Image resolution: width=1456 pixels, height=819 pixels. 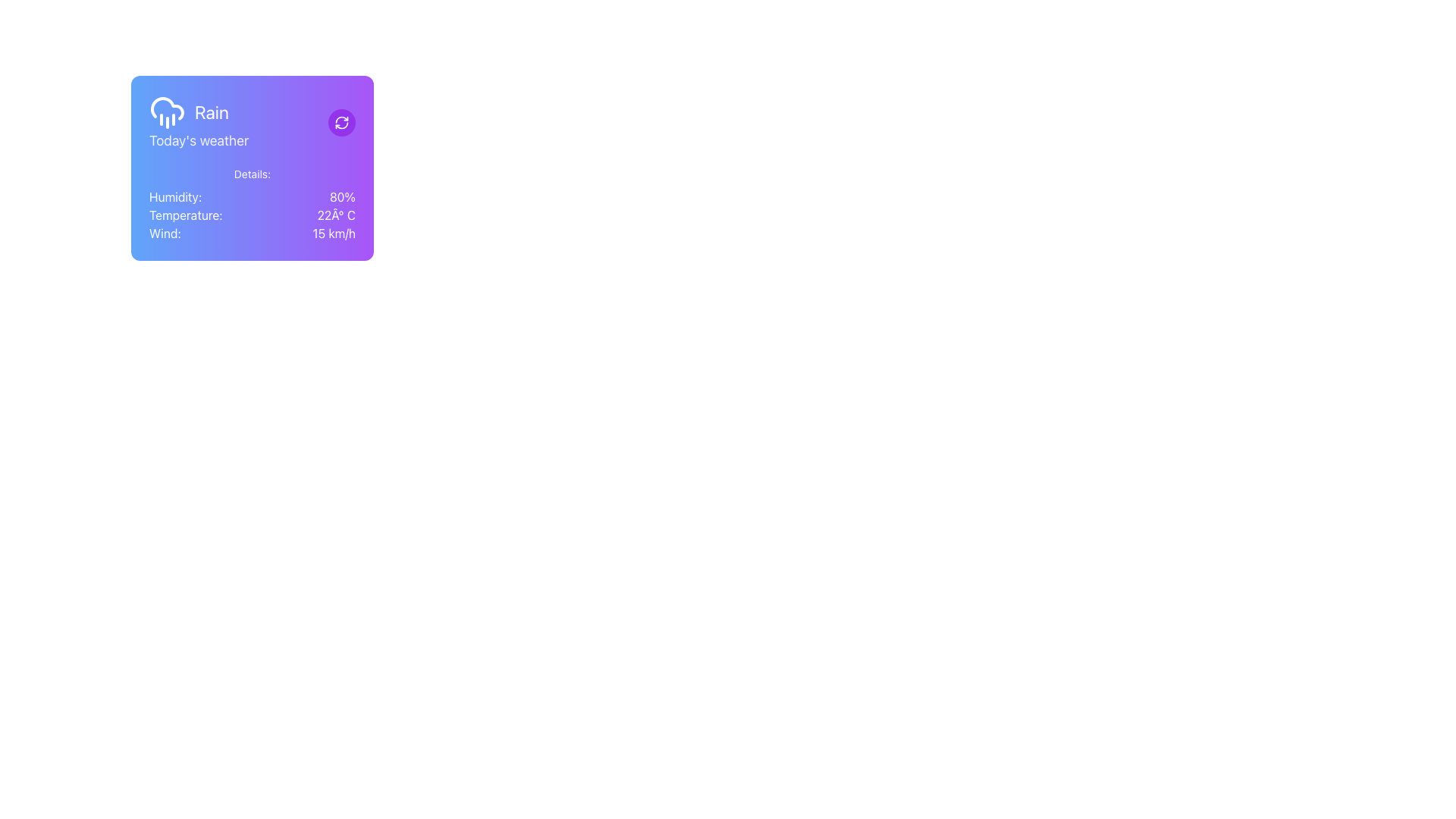 I want to click on the text label that reads 'Details:' which is styled with a small font size and white text color, located at the top of the vertical layout containing weather information, so click(x=252, y=174).